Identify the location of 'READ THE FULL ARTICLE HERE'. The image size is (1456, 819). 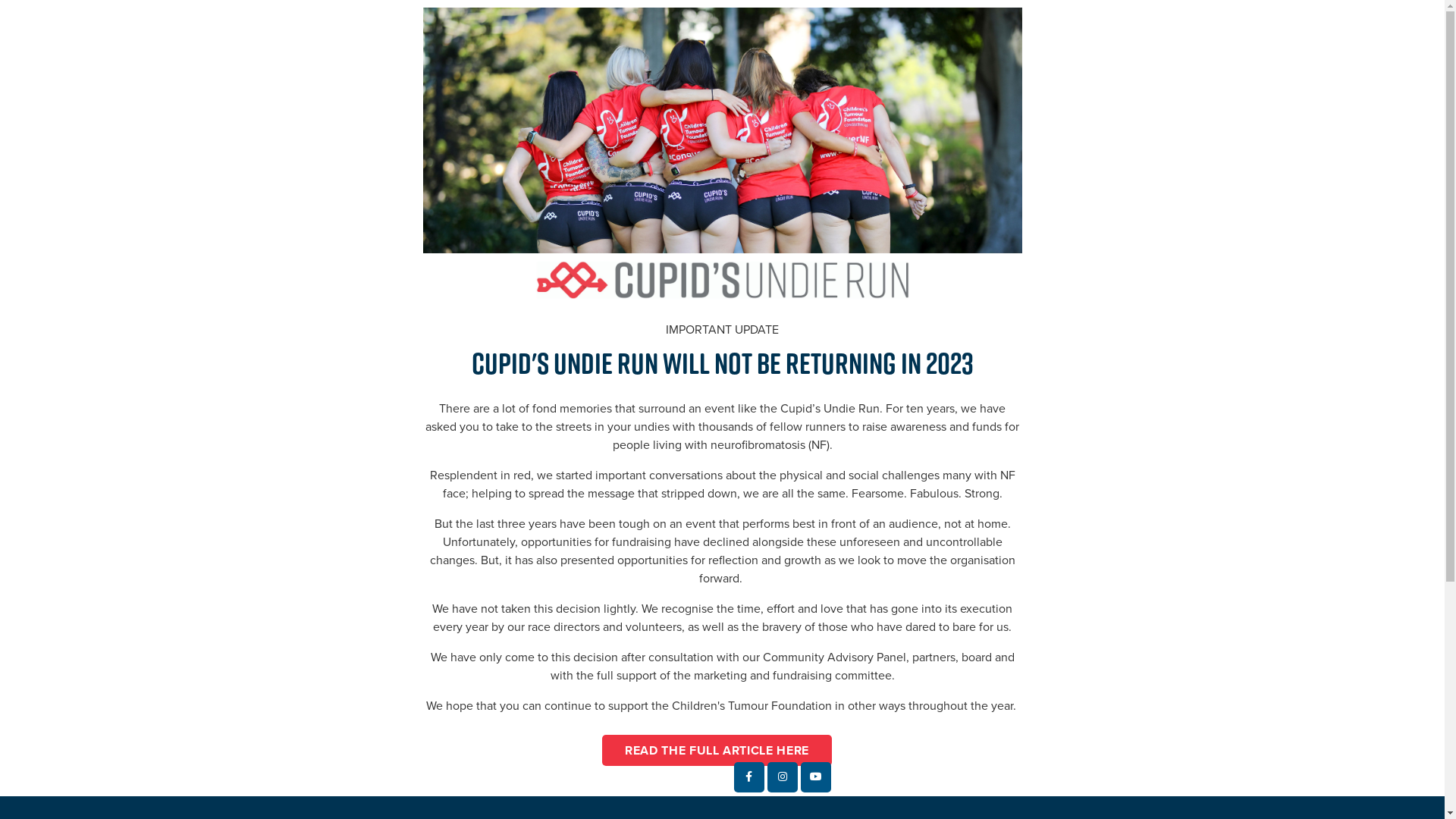
(716, 748).